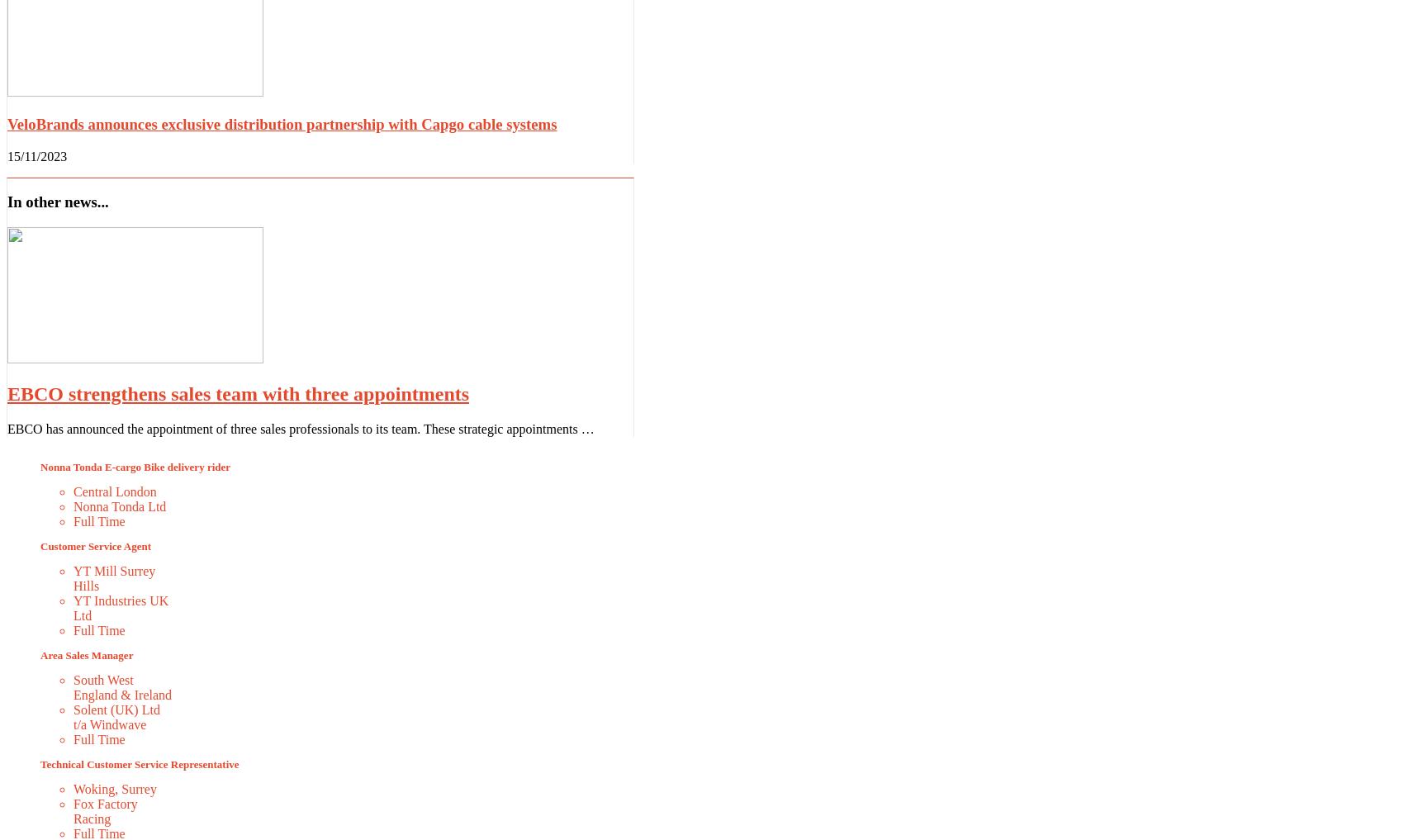 This screenshot has height=840, width=1404. Describe the element at coordinates (113, 577) in the screenshot. I see `'YT Mill Surrey Hills'` at that location.